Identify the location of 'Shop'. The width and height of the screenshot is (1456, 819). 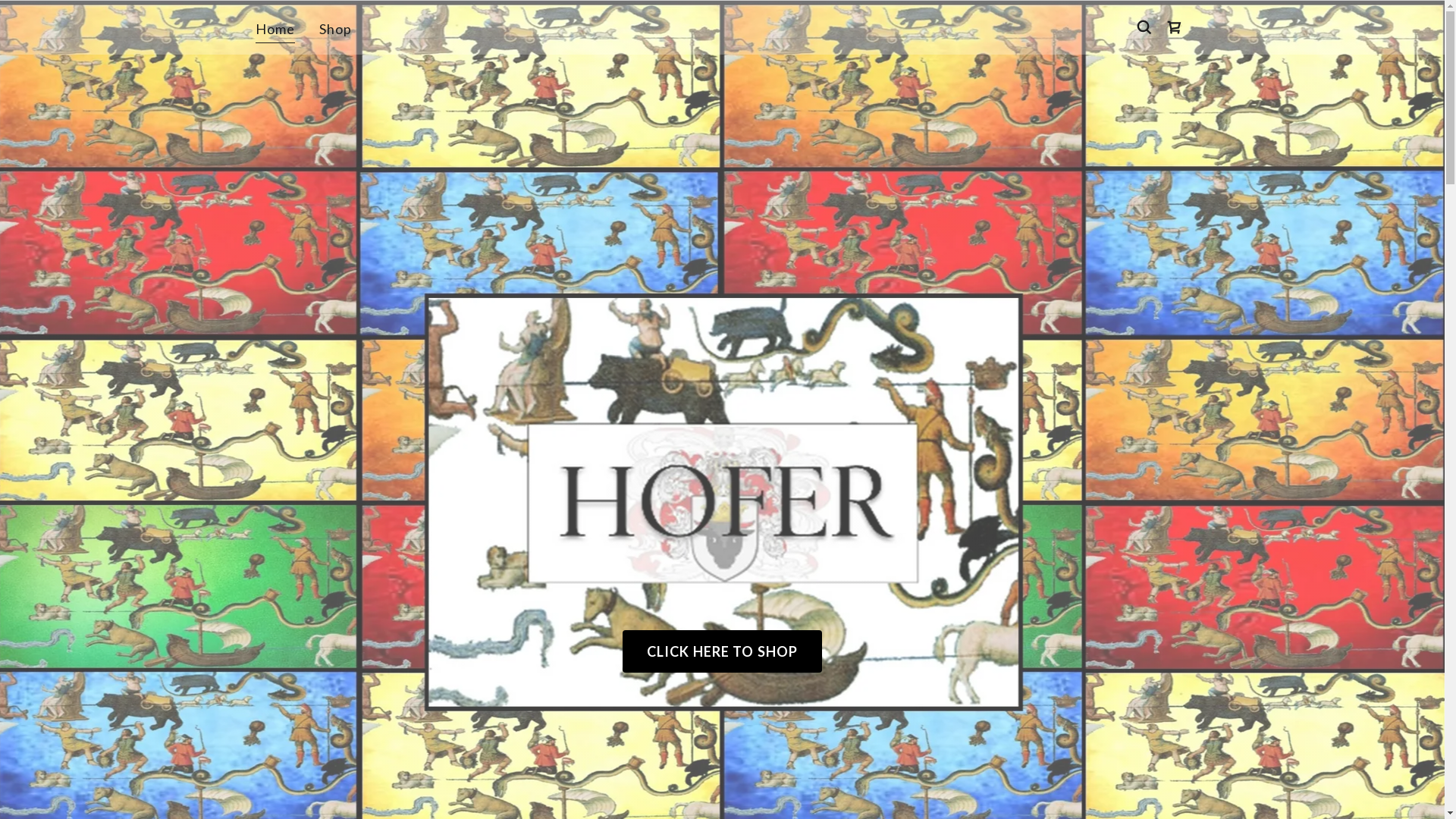
(334, 29).